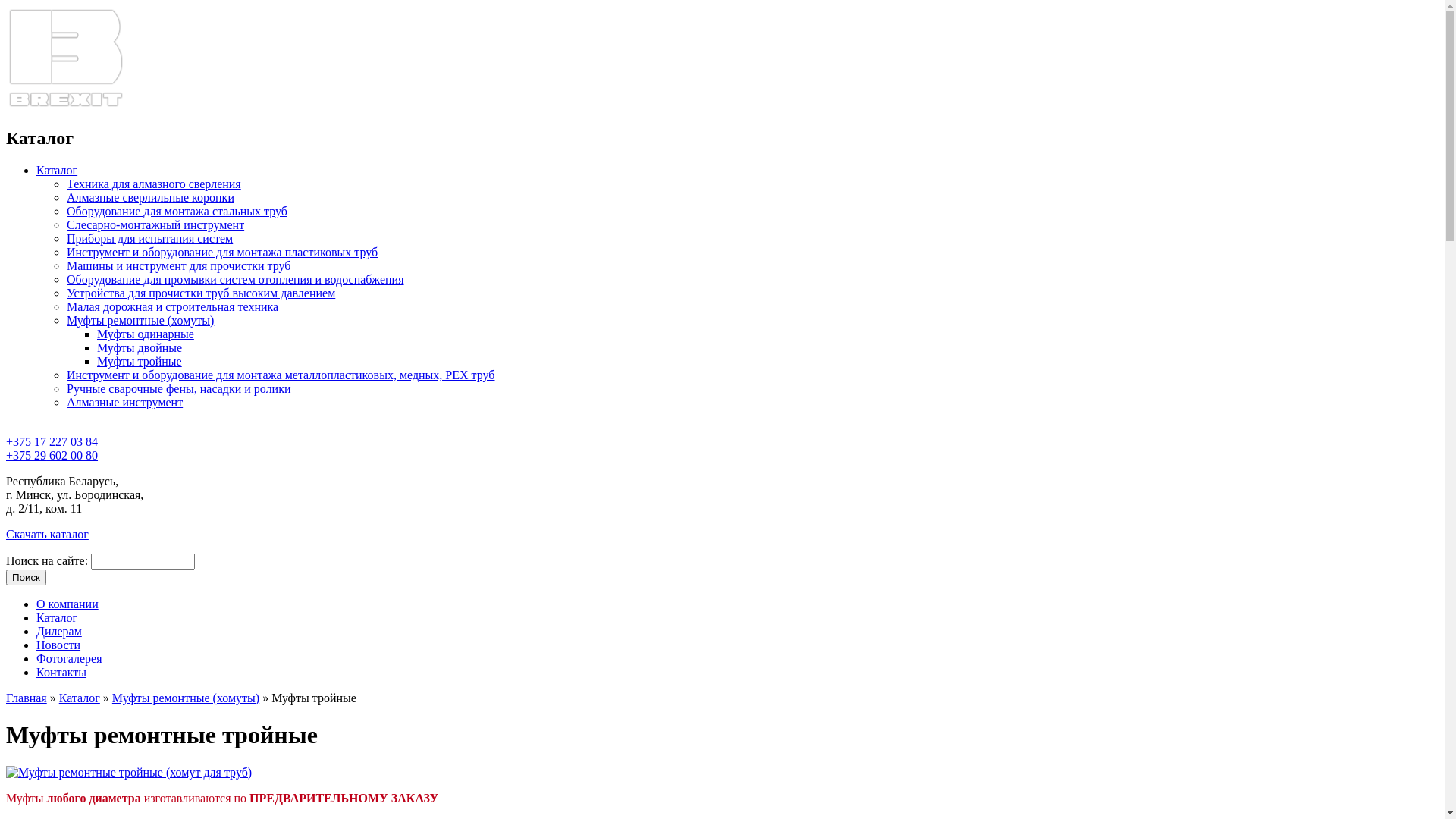  I want to click on '+375 17 227 03 84', so click(52, 447).